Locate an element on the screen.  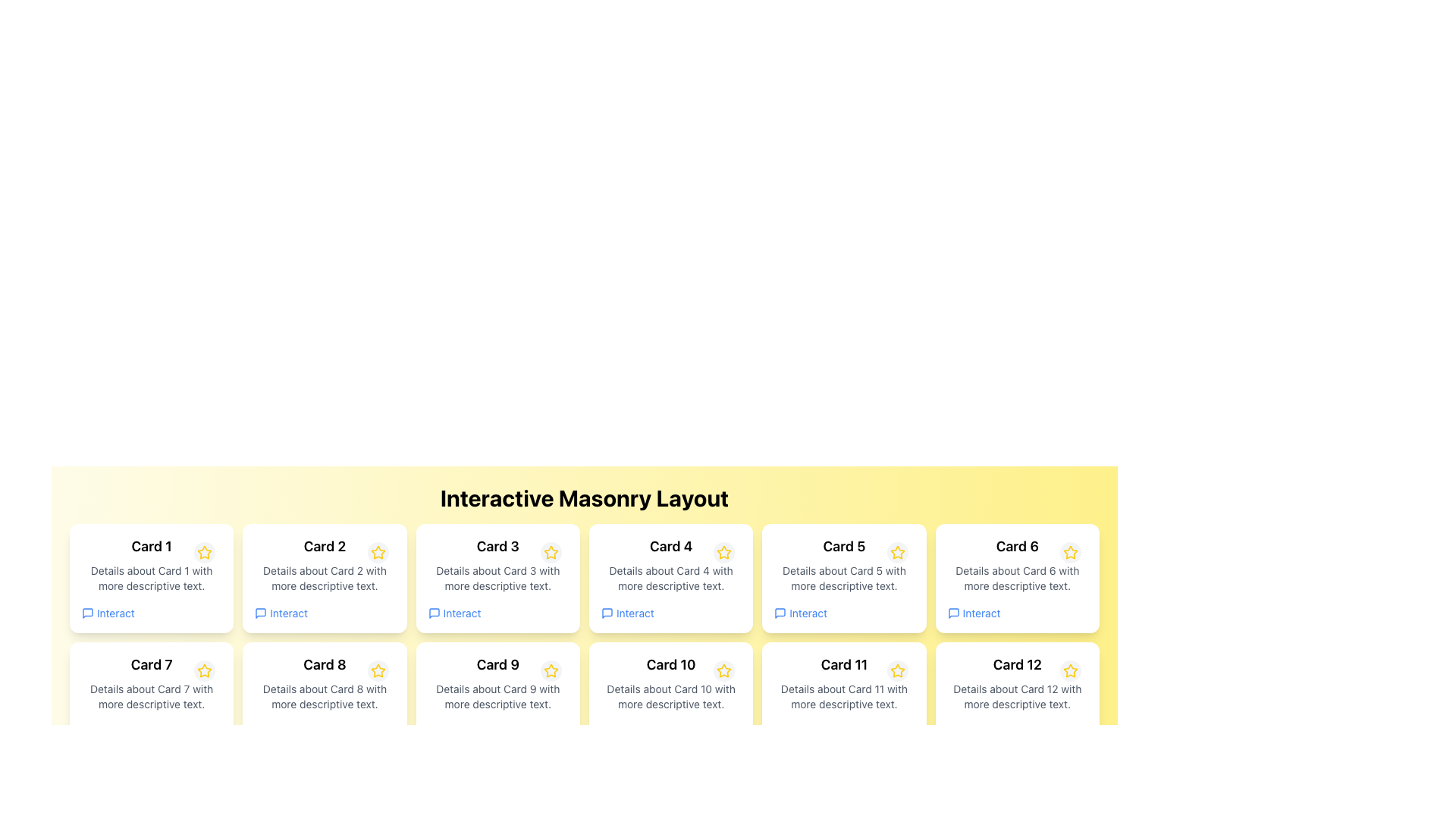
text content from the title or header Text Display located in the top-left card of the grid layout is located at coordinates (152, 547).